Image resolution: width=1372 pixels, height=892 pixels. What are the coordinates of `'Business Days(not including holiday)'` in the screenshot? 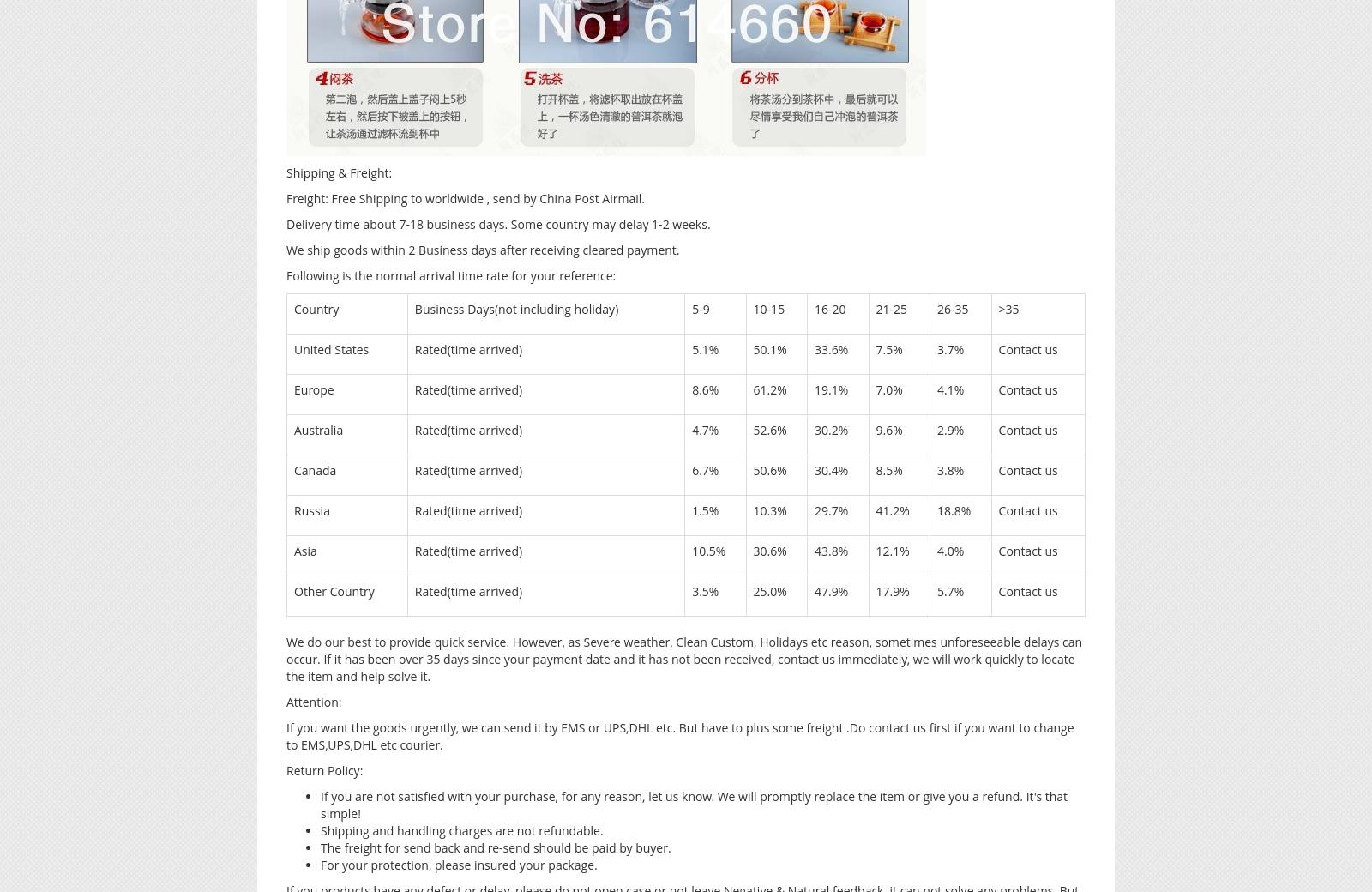 It's located at (515, 307).